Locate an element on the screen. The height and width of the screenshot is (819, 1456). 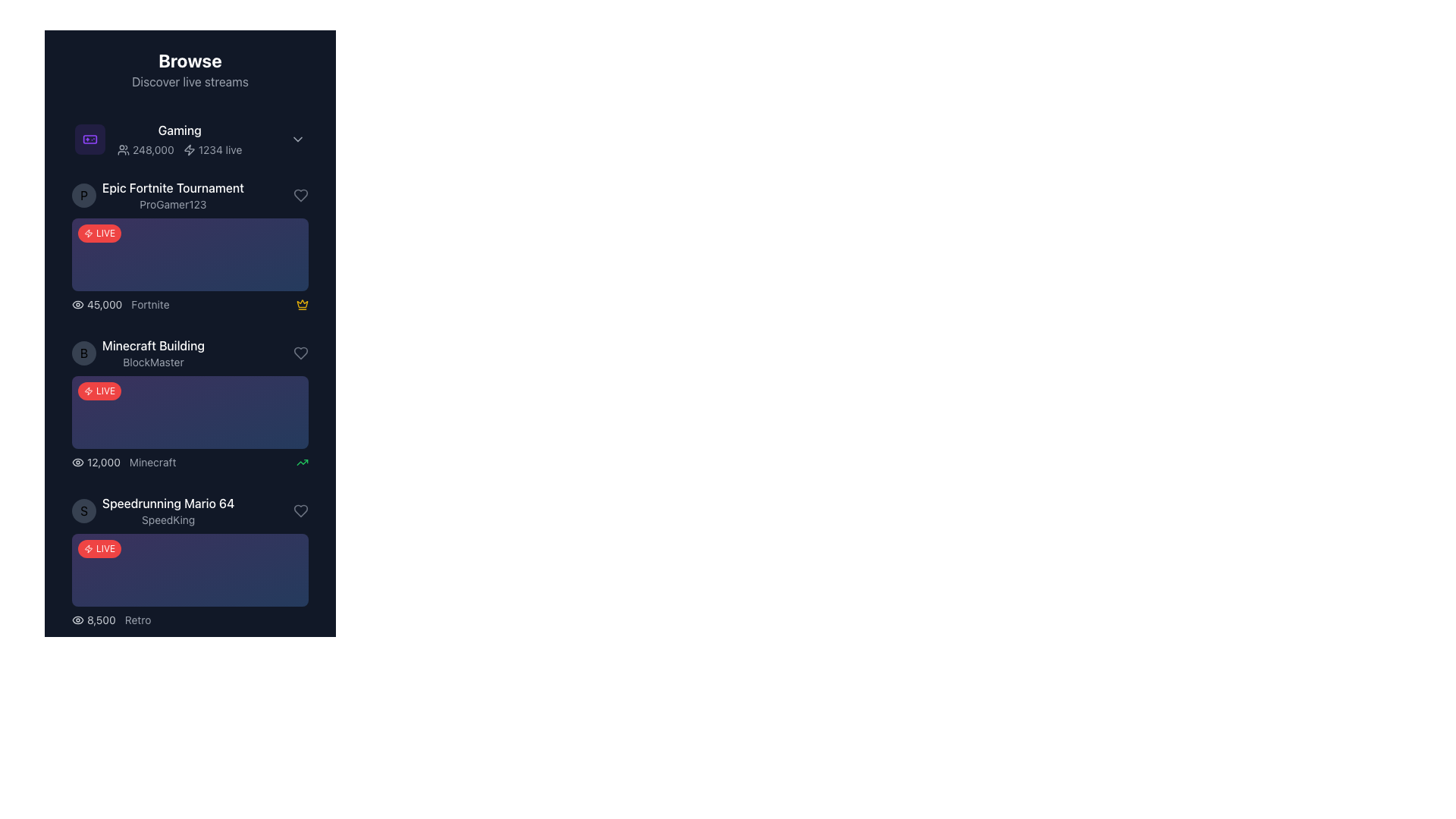
the non-interactive text label 'BlockMaster' that provides additional information about 'Minecraft Building.' is located at coordinates (153, 362).